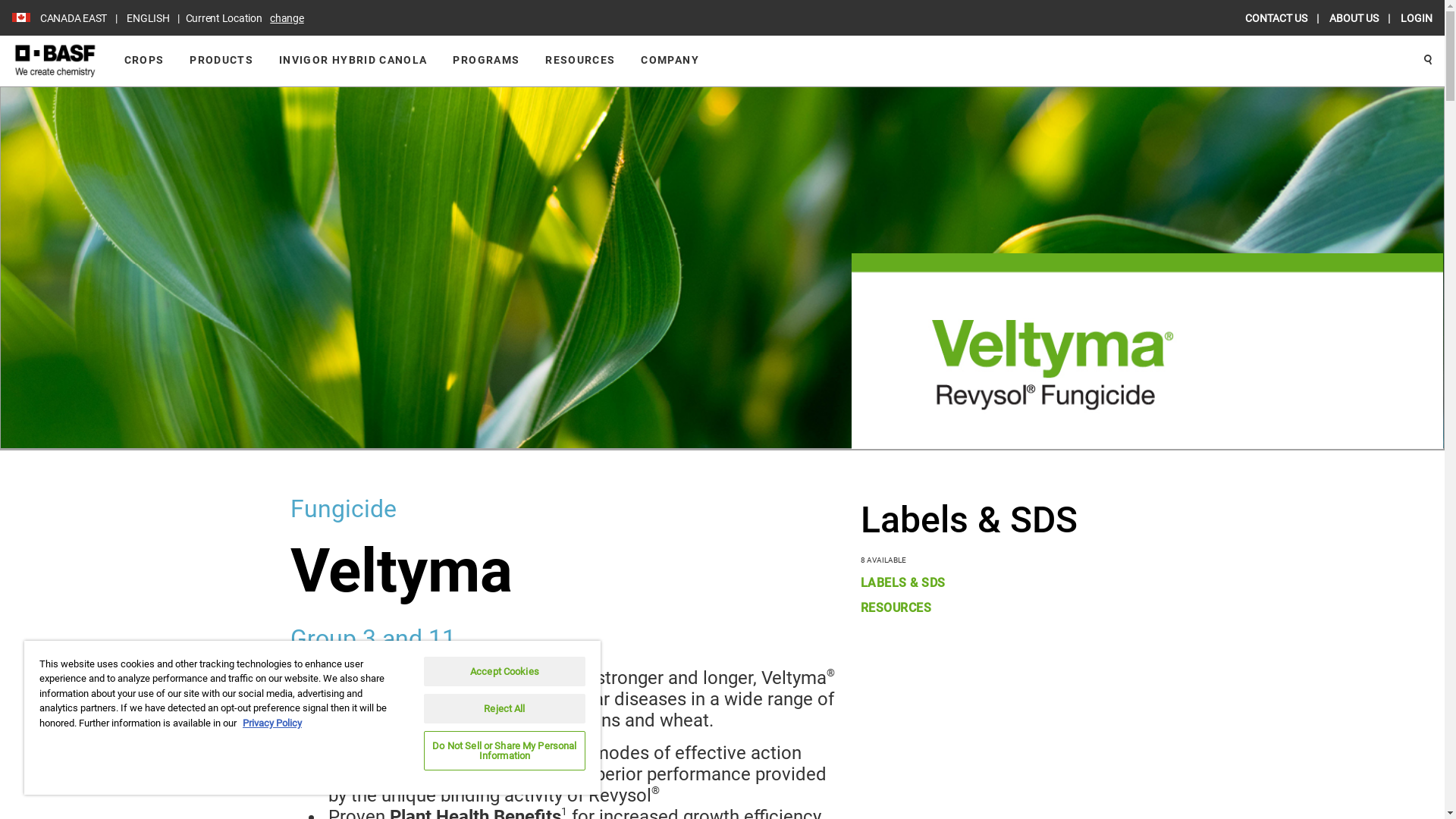 This screenshot has height=819, width=1456. What do you see at coordinates (221, 59) in the screenshot?
I see `'PRODUCTS'` at bounding box center [221, 59].